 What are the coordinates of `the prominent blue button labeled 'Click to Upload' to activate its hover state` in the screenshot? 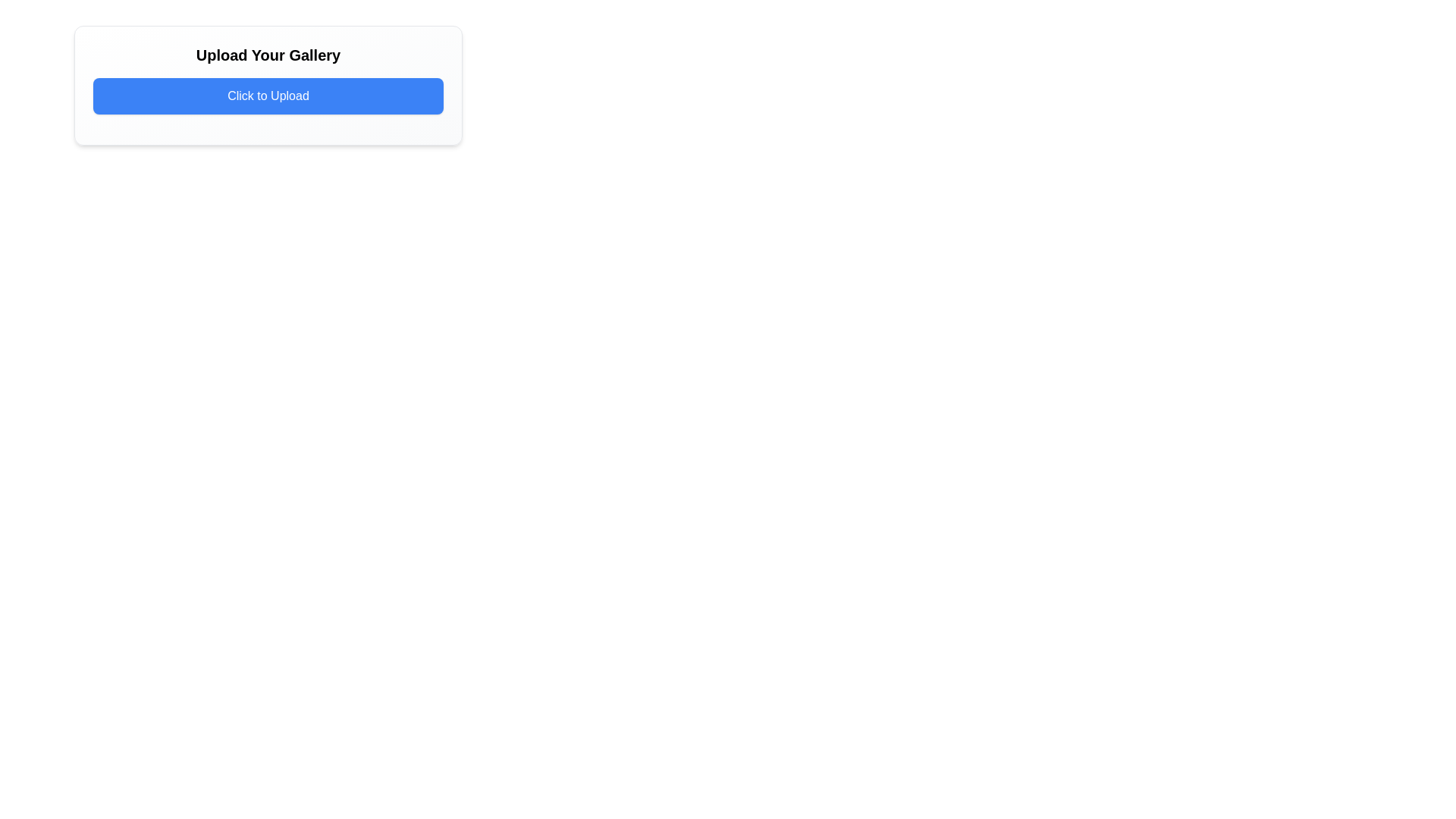 It's located at (268, 96).